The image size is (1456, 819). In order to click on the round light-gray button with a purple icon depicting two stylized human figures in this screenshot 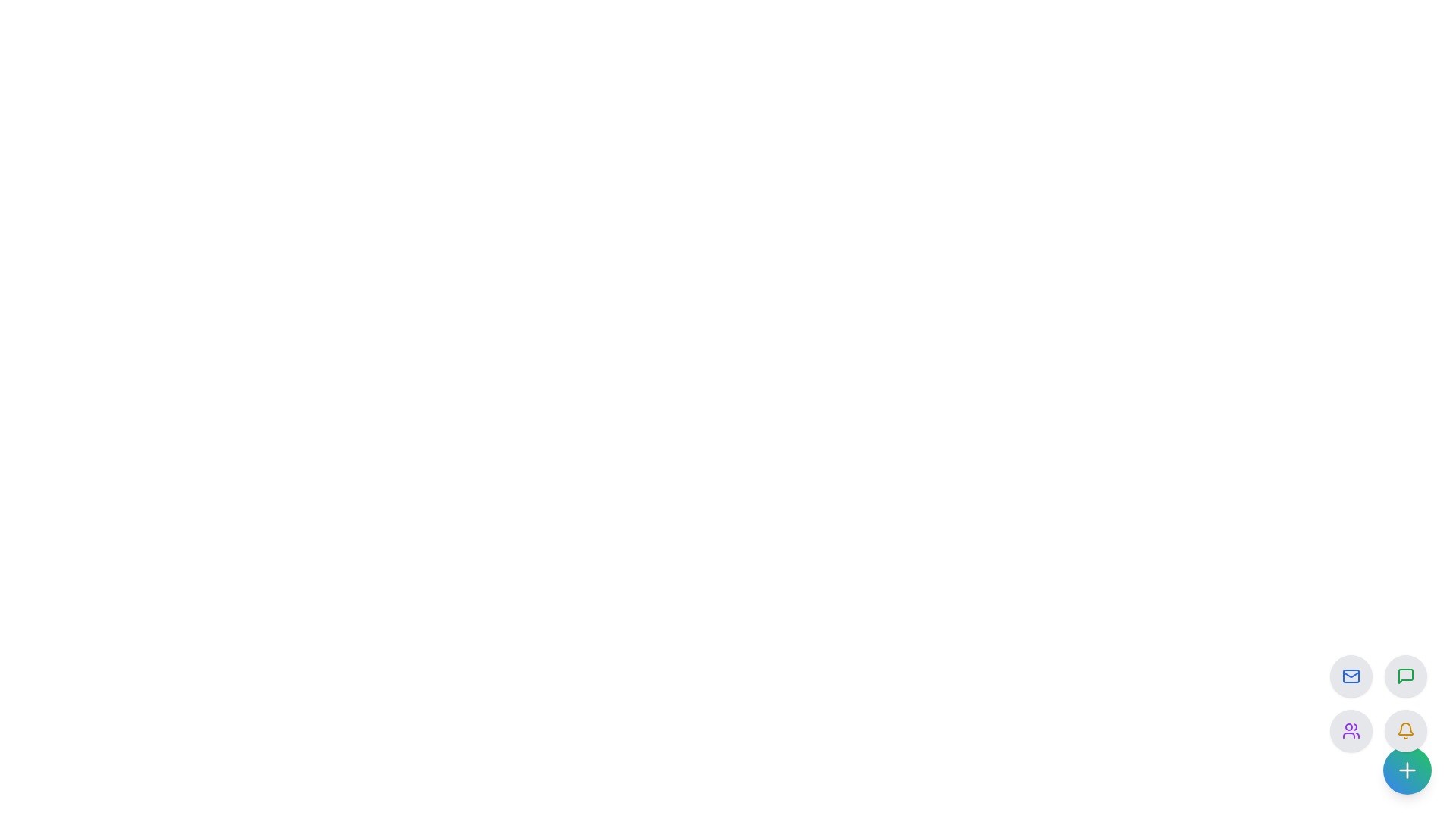, I will do `click(1351, 730)`.